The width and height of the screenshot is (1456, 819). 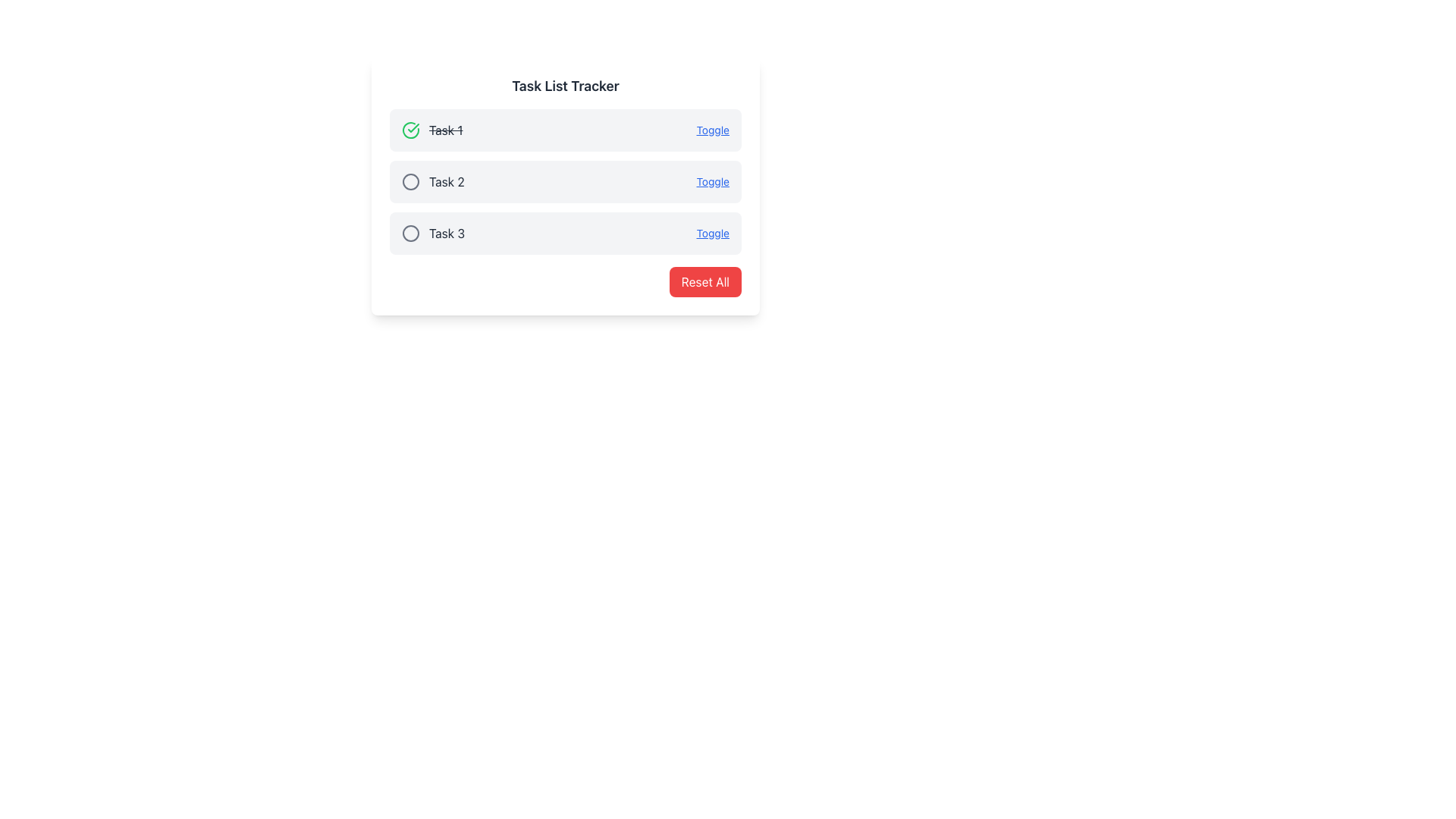 What do you see at coordinates (712, 180) in the screenshot?
I see `the 'Toggle' hyperlink located in the top-right corner of the second task item in the task list` at bounding box center [712, 180].